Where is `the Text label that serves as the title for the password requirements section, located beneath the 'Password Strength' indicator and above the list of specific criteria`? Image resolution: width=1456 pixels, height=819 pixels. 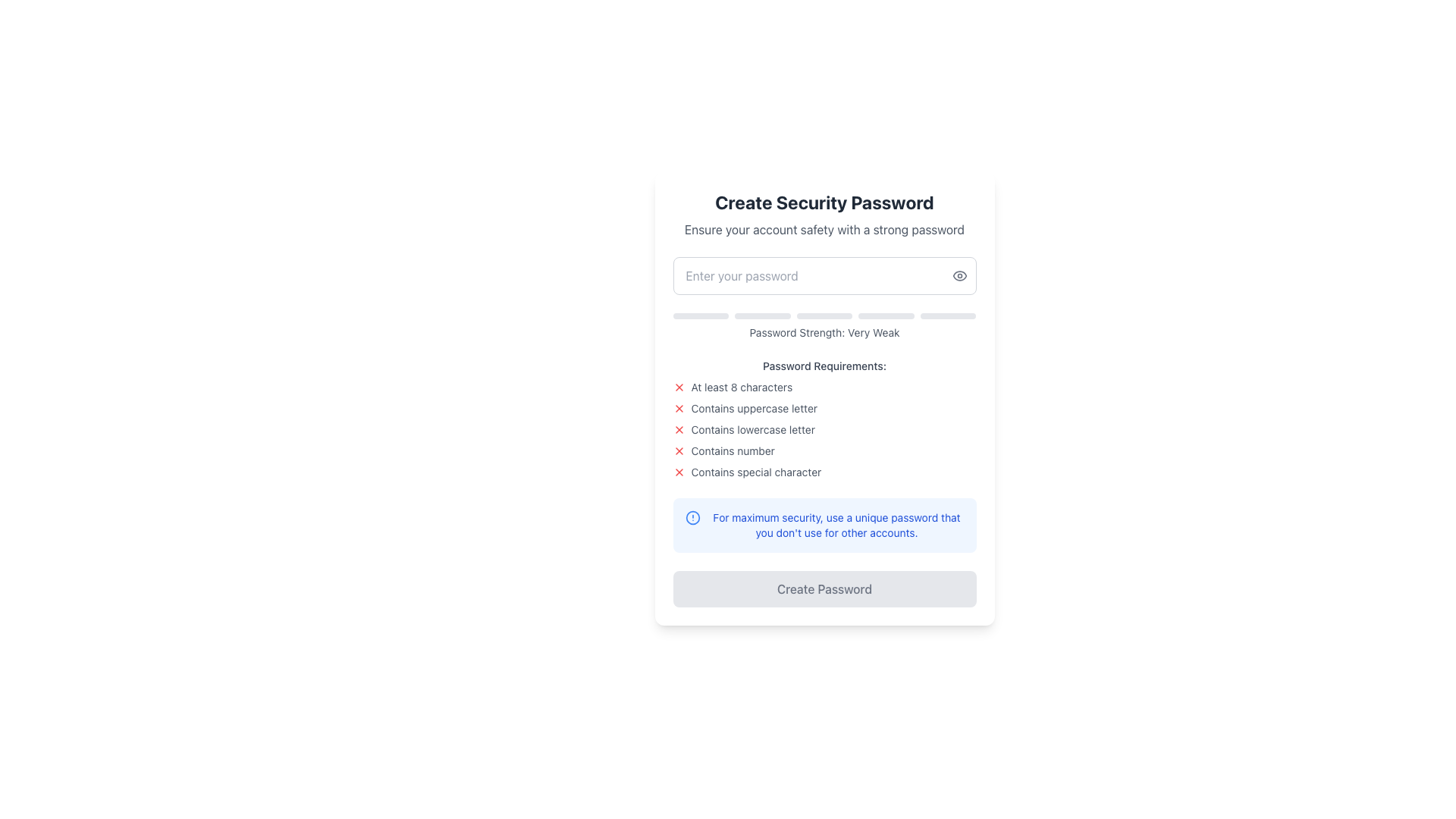
the Text label that serves as the title for the password requirements section, located beneath the 'Password Strength' indicator and above the list of specific criteria is located at coordinates (824, 366).